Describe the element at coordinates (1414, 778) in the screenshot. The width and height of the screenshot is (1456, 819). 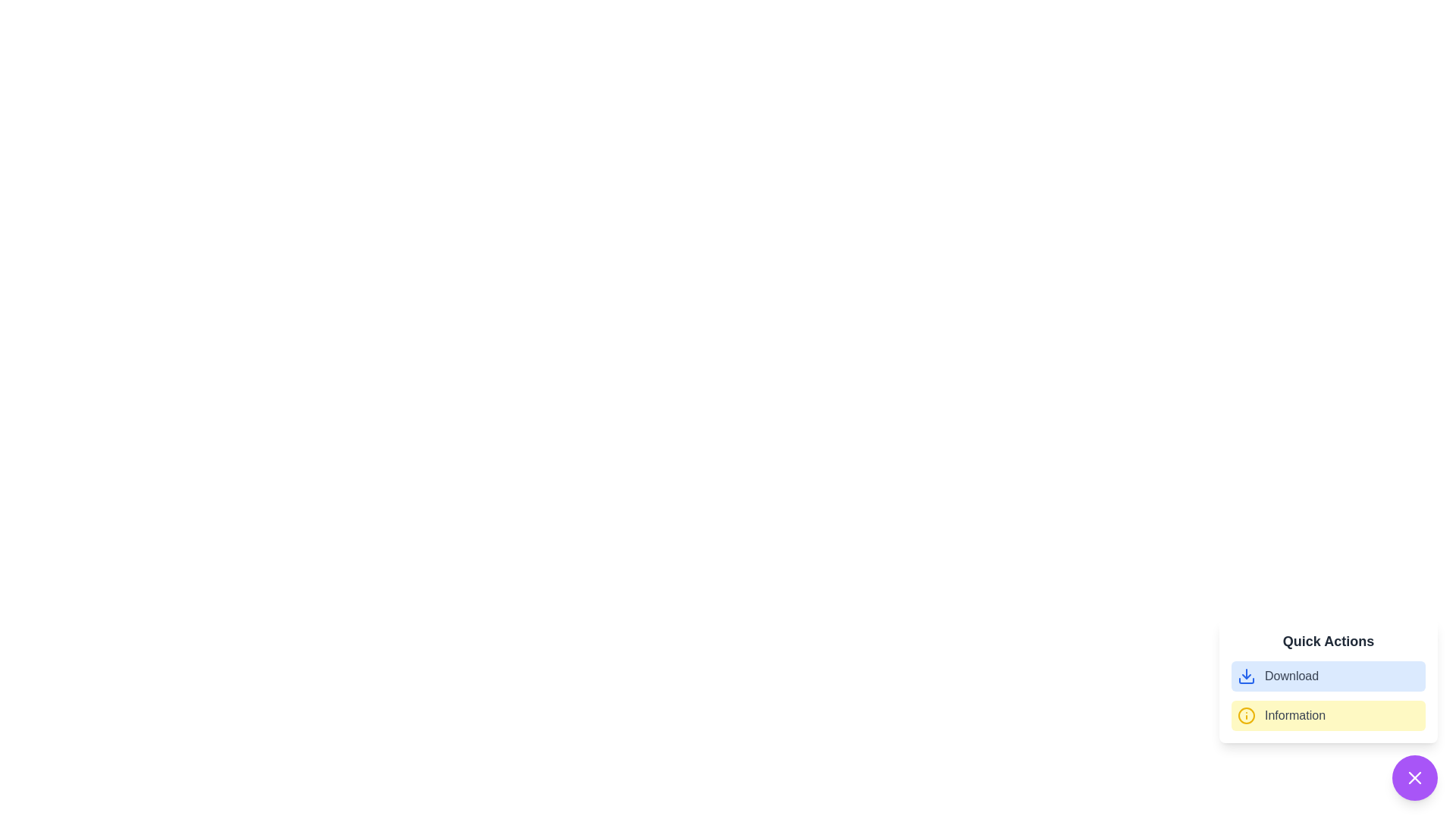
I see `the 'X' icon within the purple circular button located in the bottom-right corner of the interface` at that location.